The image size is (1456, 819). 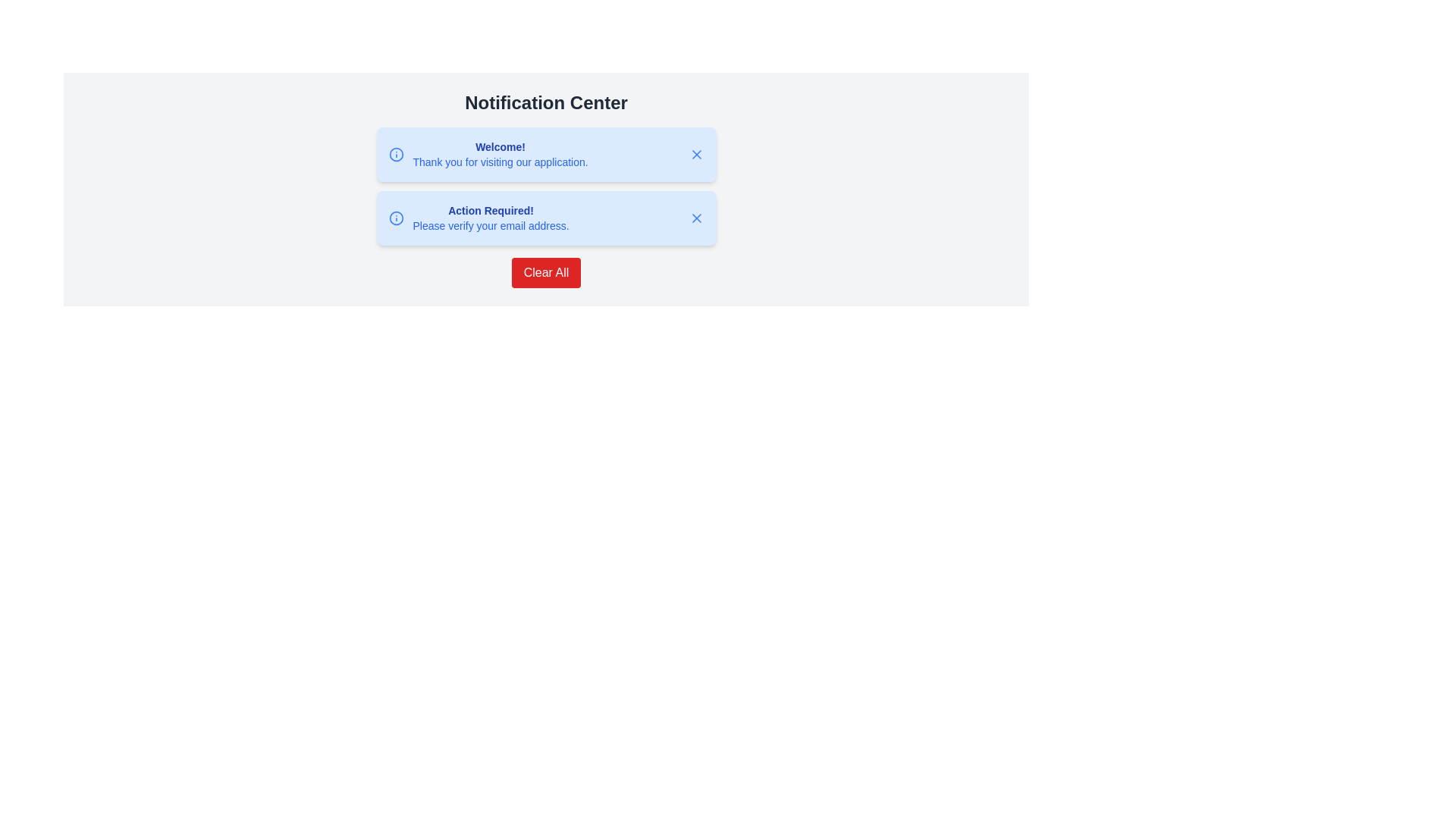 What do you see at coordinates (491, 210) in the screenshot?
I see `the static text label 'Action Required!' which is styled with a bold blue font and is located in the second notification card under 'Notification Center'` at bounding box center [491, 210].